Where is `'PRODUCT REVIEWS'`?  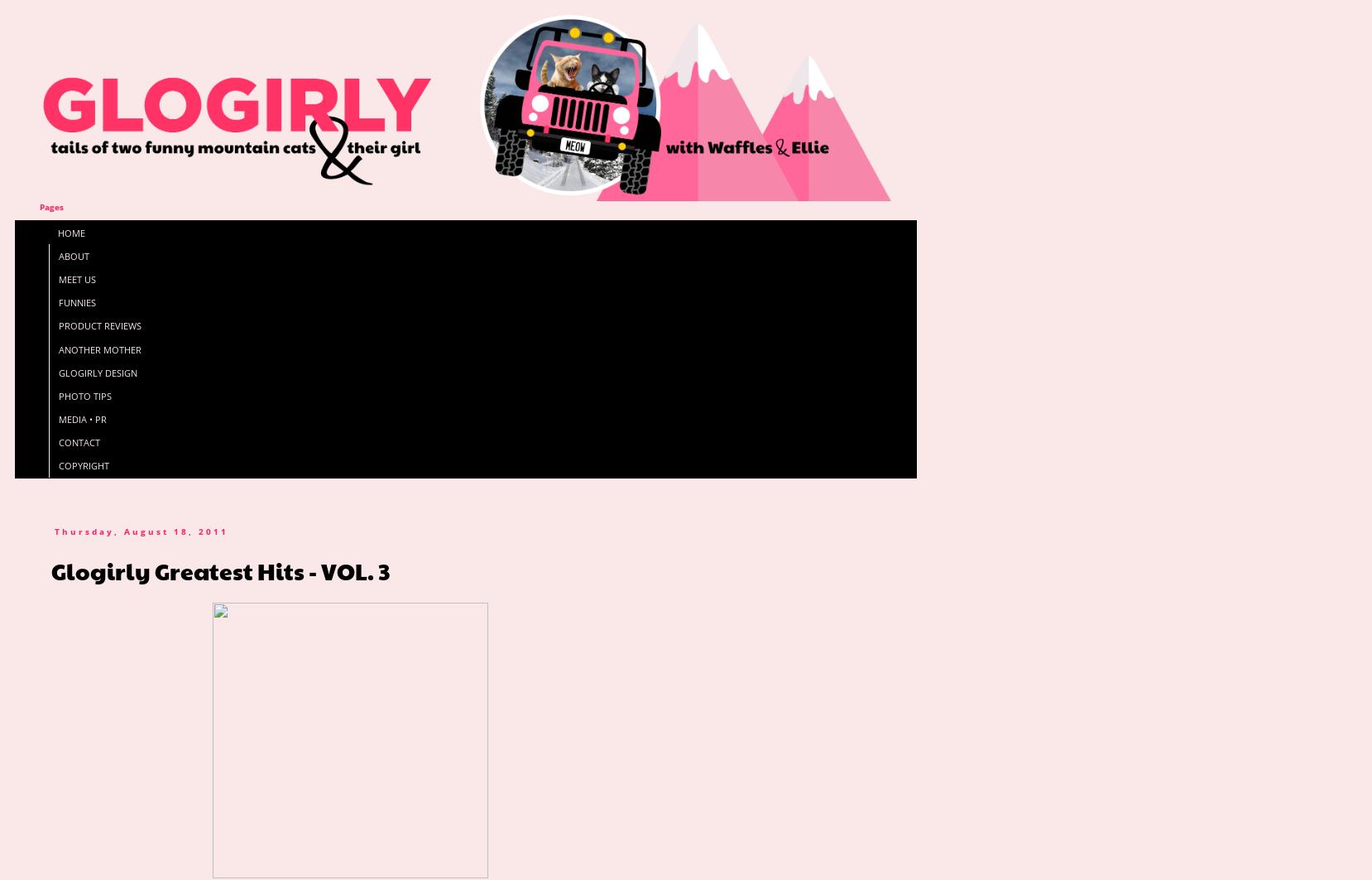
'PRODUCT REVIEWS' is located at coordinates (57, 325).